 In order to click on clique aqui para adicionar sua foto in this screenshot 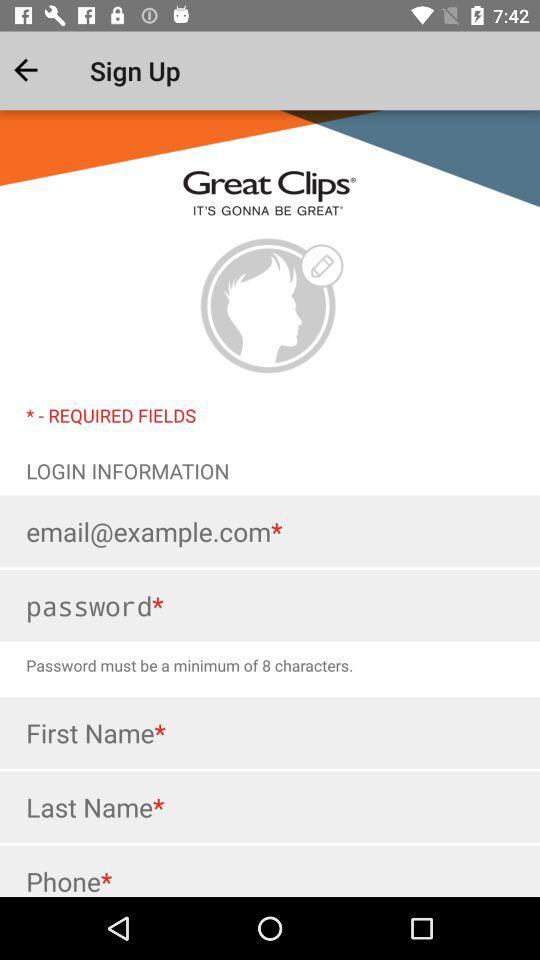, I will do `click(269, 305)`.